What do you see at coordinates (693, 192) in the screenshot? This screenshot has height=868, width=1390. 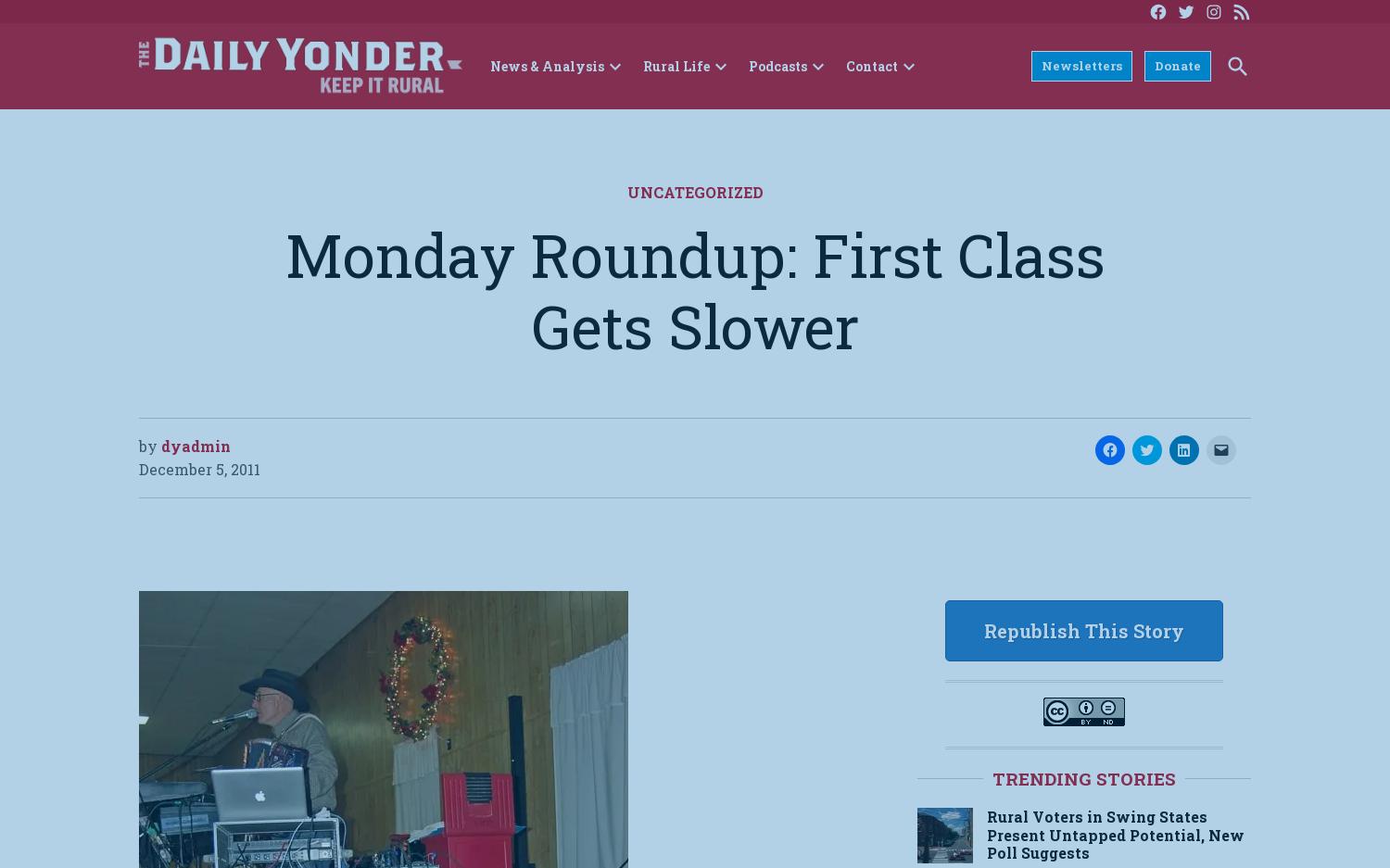 I see `'Uncategorized'` at bounding box center [693, 192].